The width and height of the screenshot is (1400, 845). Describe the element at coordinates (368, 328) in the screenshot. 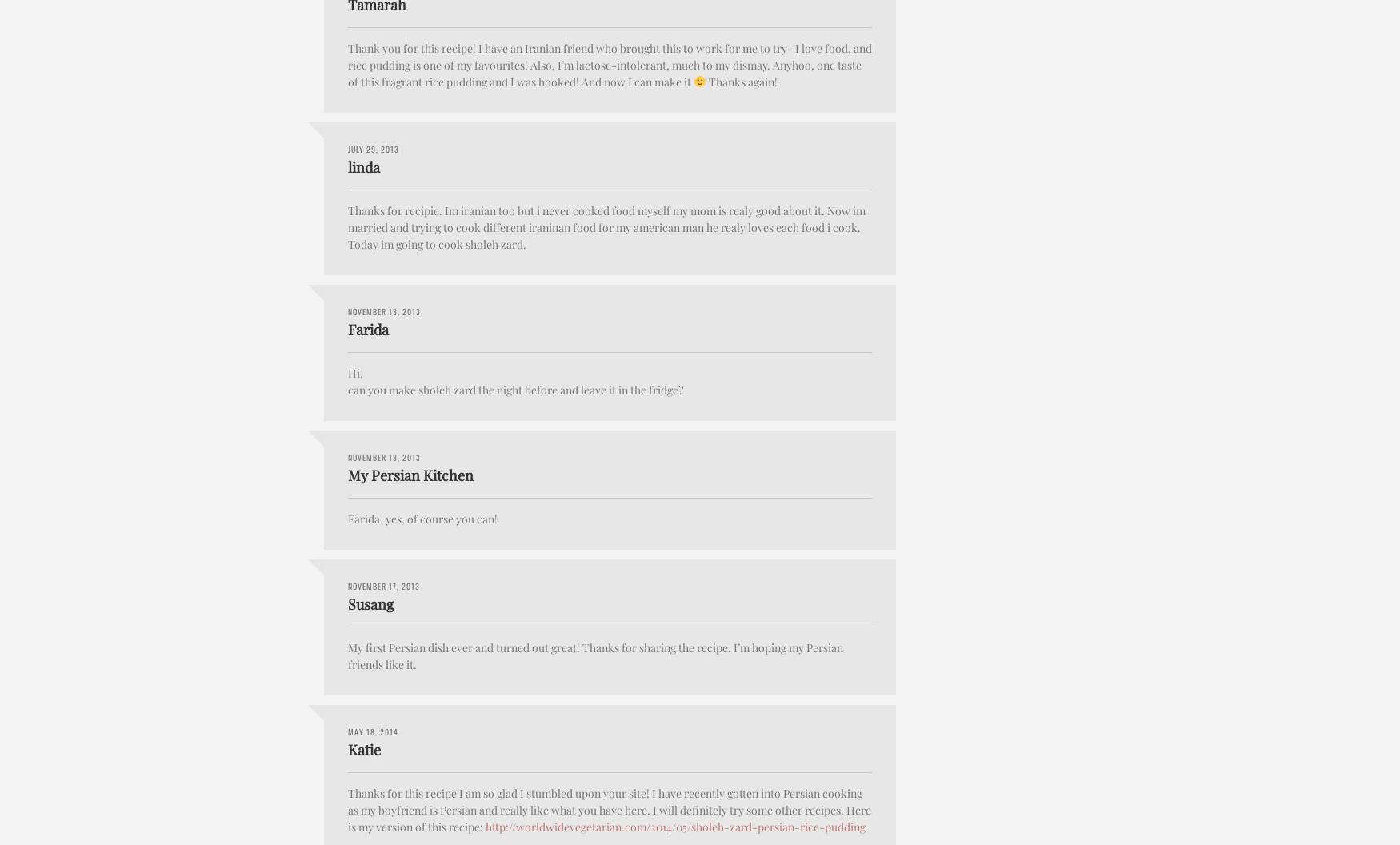

I see `'Farida'` at that location.